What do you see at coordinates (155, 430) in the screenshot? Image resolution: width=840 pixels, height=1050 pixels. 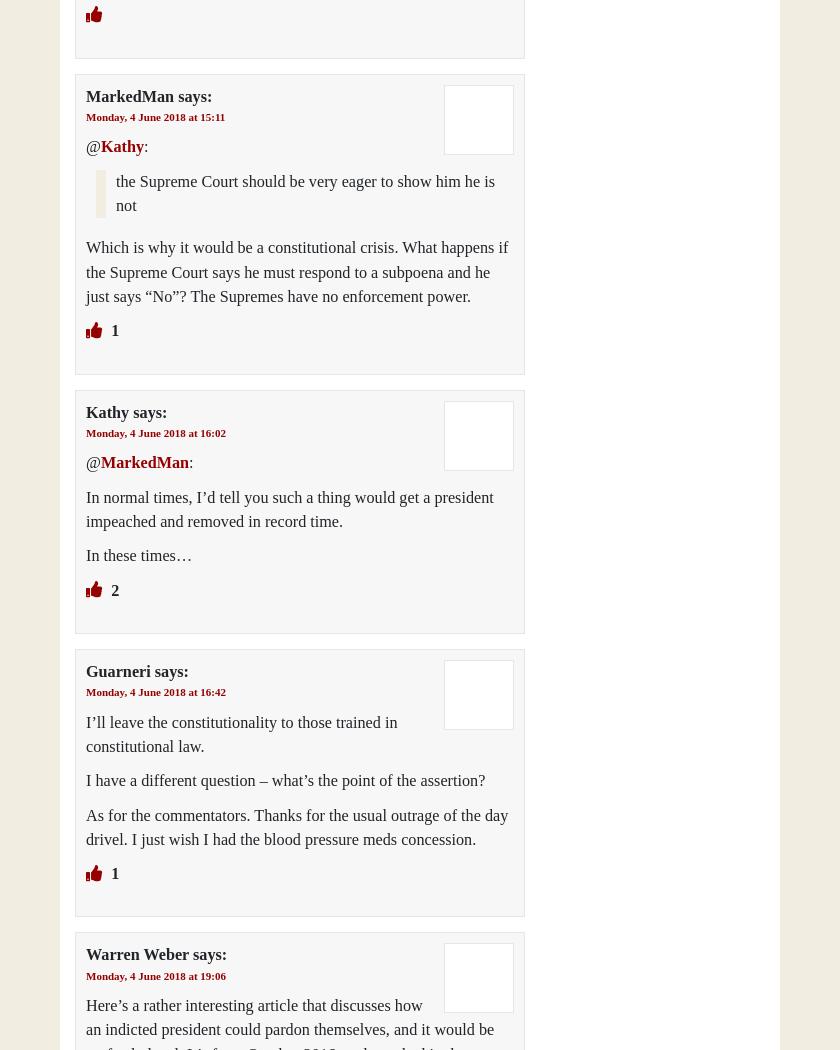 I see `'Monday, 4 June 2018 at 16:02'` at bounding box center [155, 430].